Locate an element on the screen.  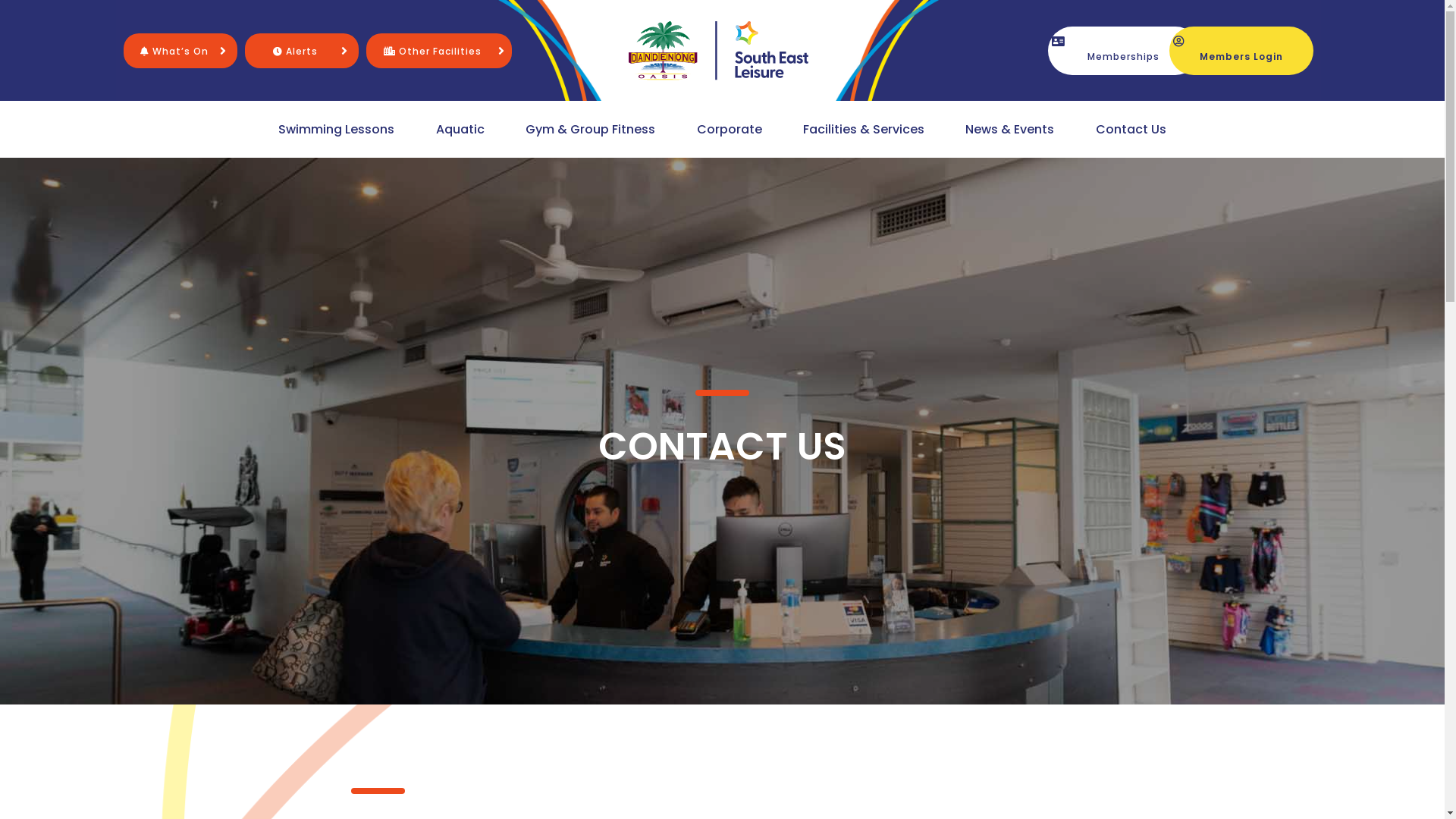
'Gym & Group Fitness' is located at coordinates (521, 128).